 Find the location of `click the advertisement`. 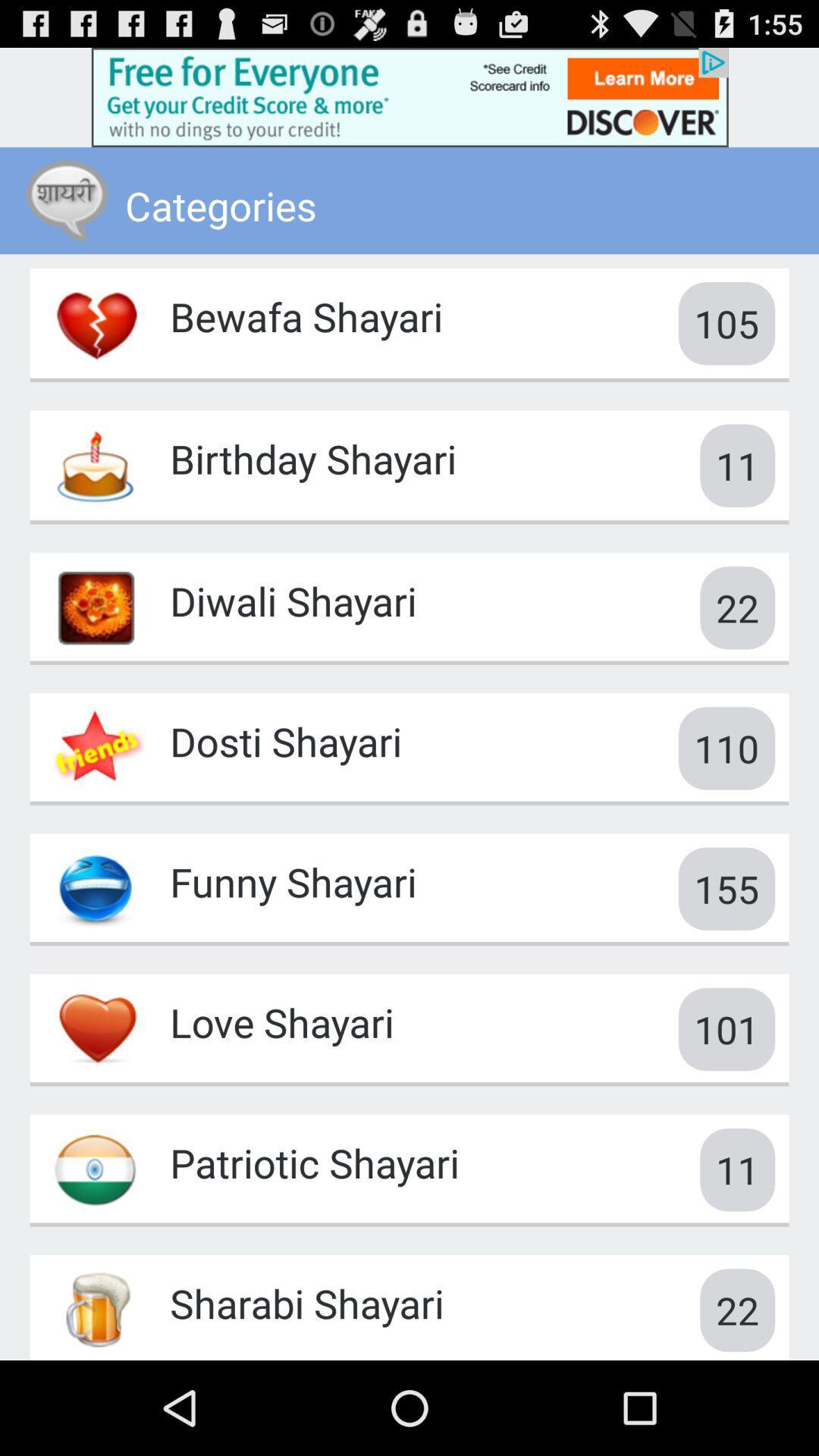

click the advertisement is located at coordinates (409, 96).